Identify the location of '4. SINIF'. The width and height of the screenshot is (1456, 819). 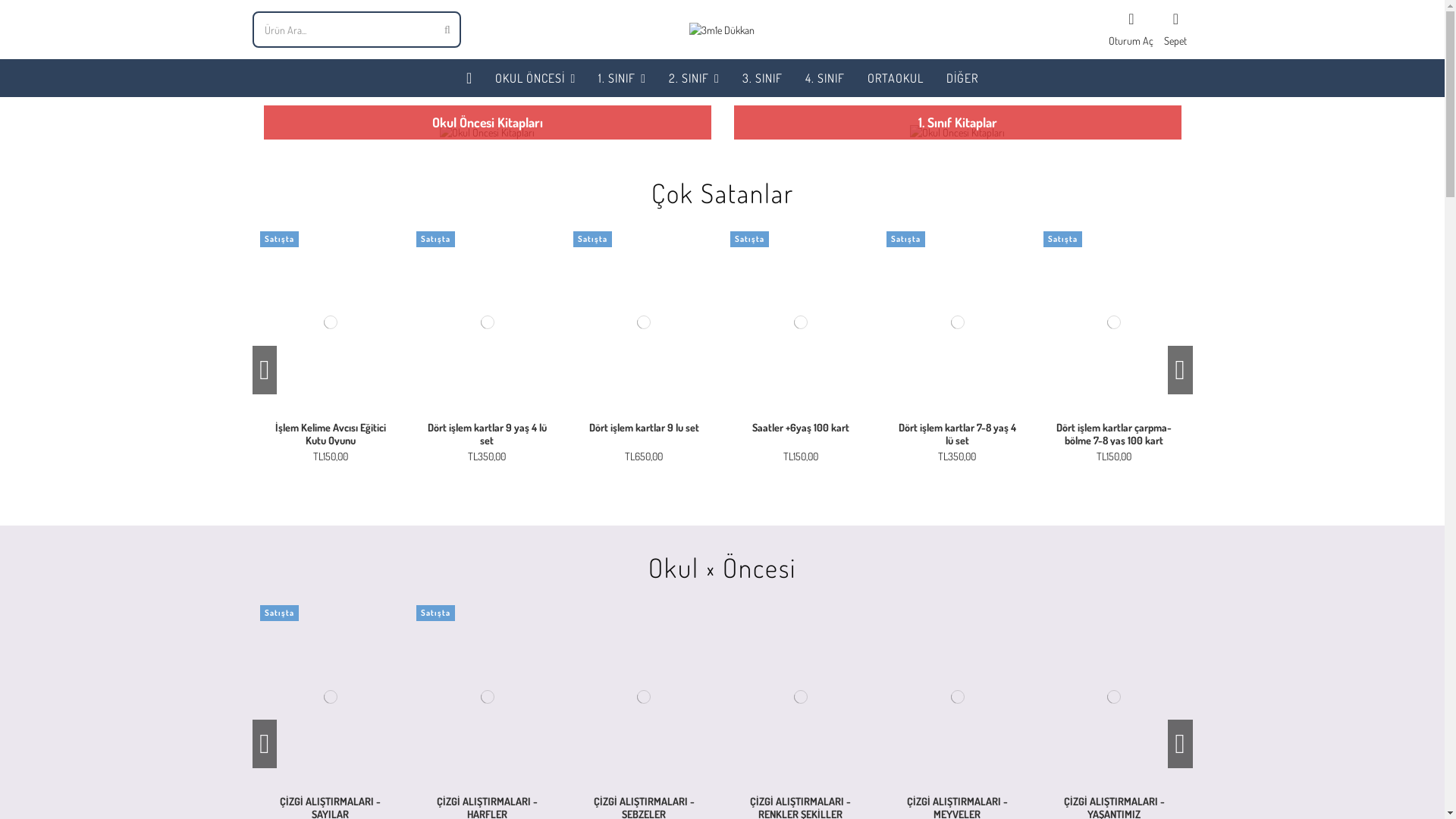
(824, 78).